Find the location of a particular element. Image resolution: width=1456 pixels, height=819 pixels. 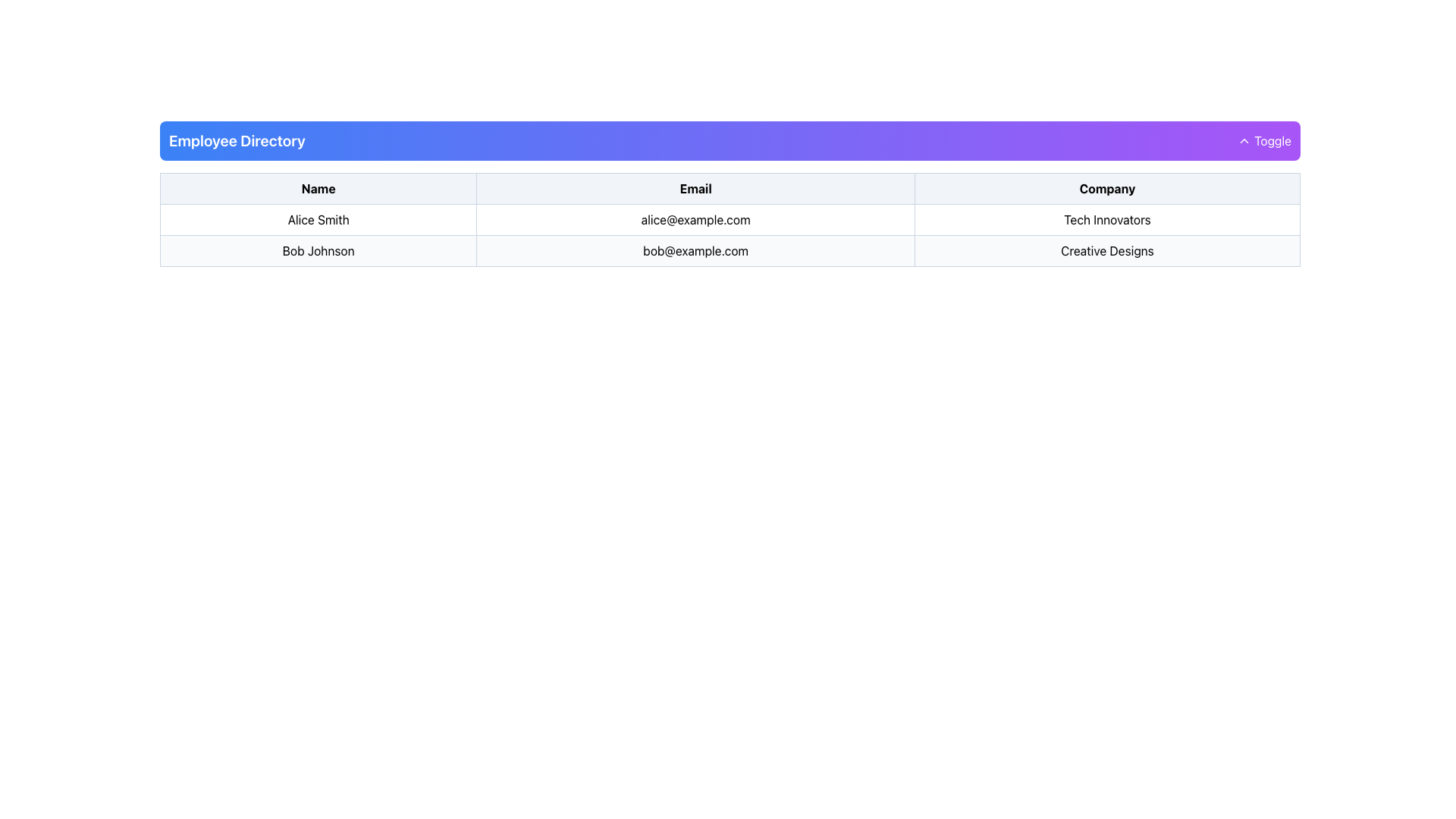

the table row displaying information about 'Bob Johnson', which is the second data row in the table under the headers 'Name', 'Email', and 'Company' is located at coordinates (730, 235).